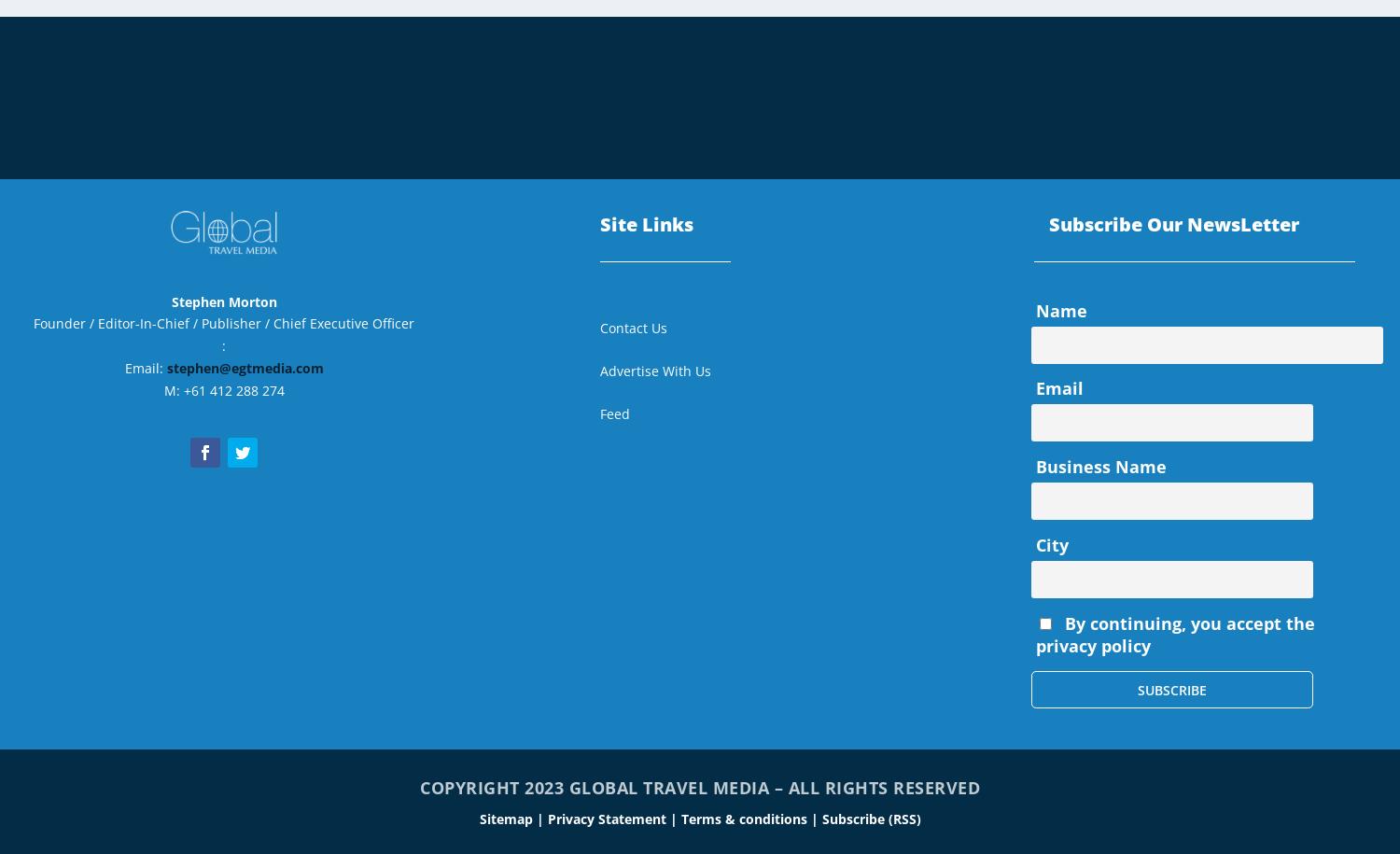 The image size is (1400, 854). What do you see at coordinates (1076, 29) in the screenshot?
I see `'August 2022'` at bounding box center [1076, 29].